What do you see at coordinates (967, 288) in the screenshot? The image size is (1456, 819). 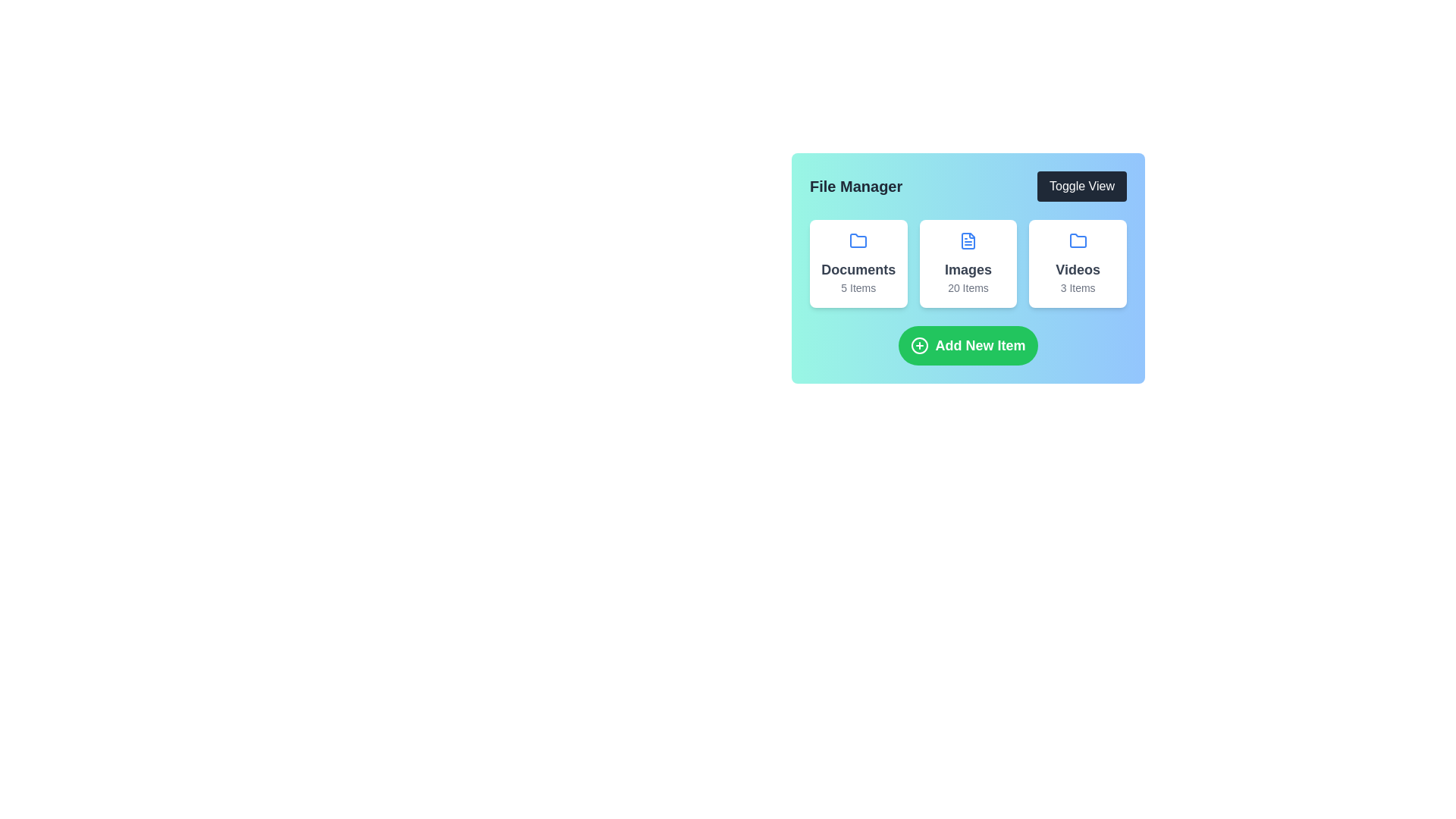 I see `the Text label displaying the number of items ('20') in the 'Images' category, which is centrally aligned below the 'Images' label` at bounding box center [967, 288].